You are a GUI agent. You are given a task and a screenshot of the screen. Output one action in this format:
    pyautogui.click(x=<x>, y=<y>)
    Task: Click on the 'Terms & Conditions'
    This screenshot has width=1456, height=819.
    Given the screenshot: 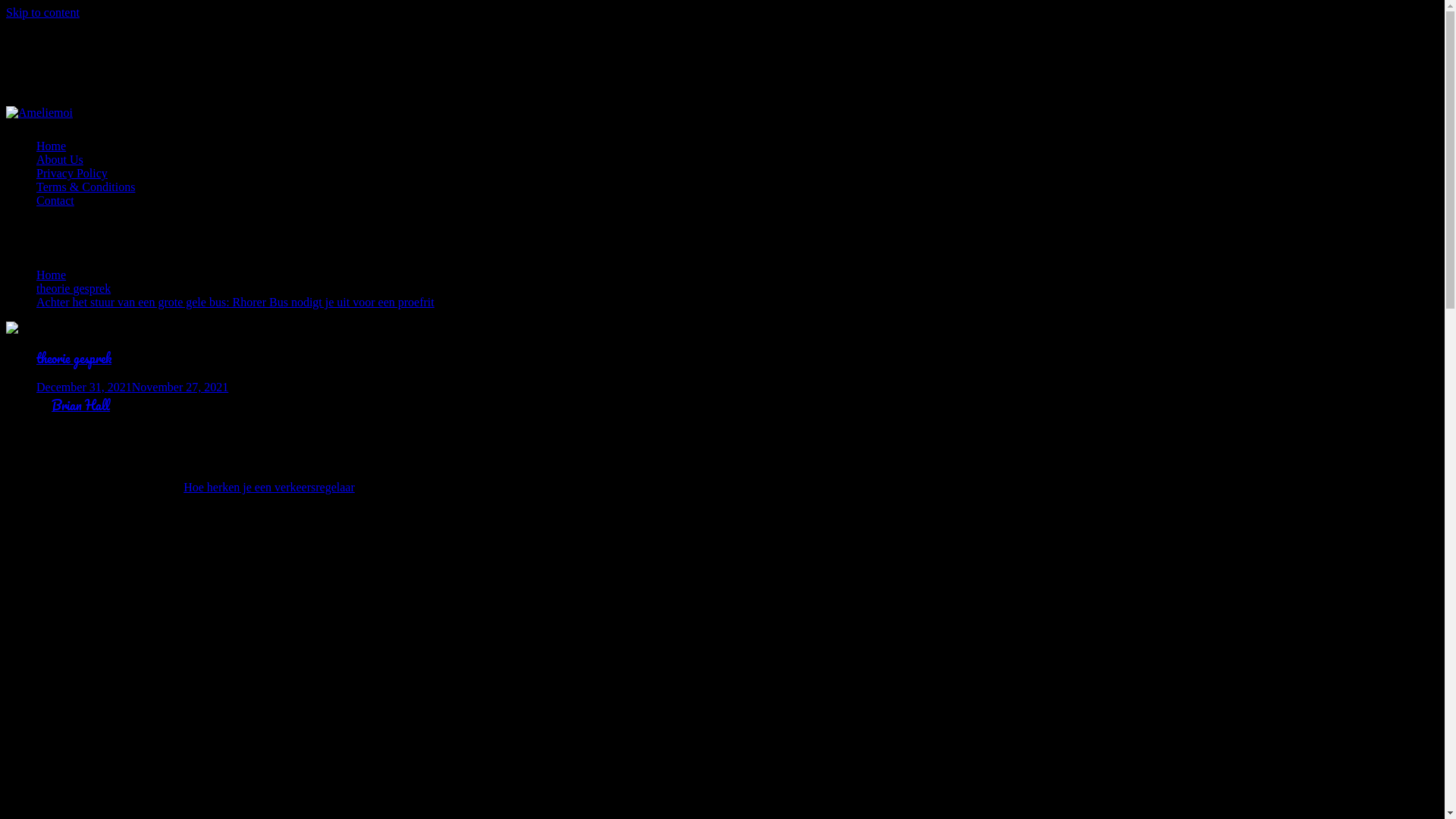 What is the action you would take?
    pyautogui.click(x=85, y=186)
    